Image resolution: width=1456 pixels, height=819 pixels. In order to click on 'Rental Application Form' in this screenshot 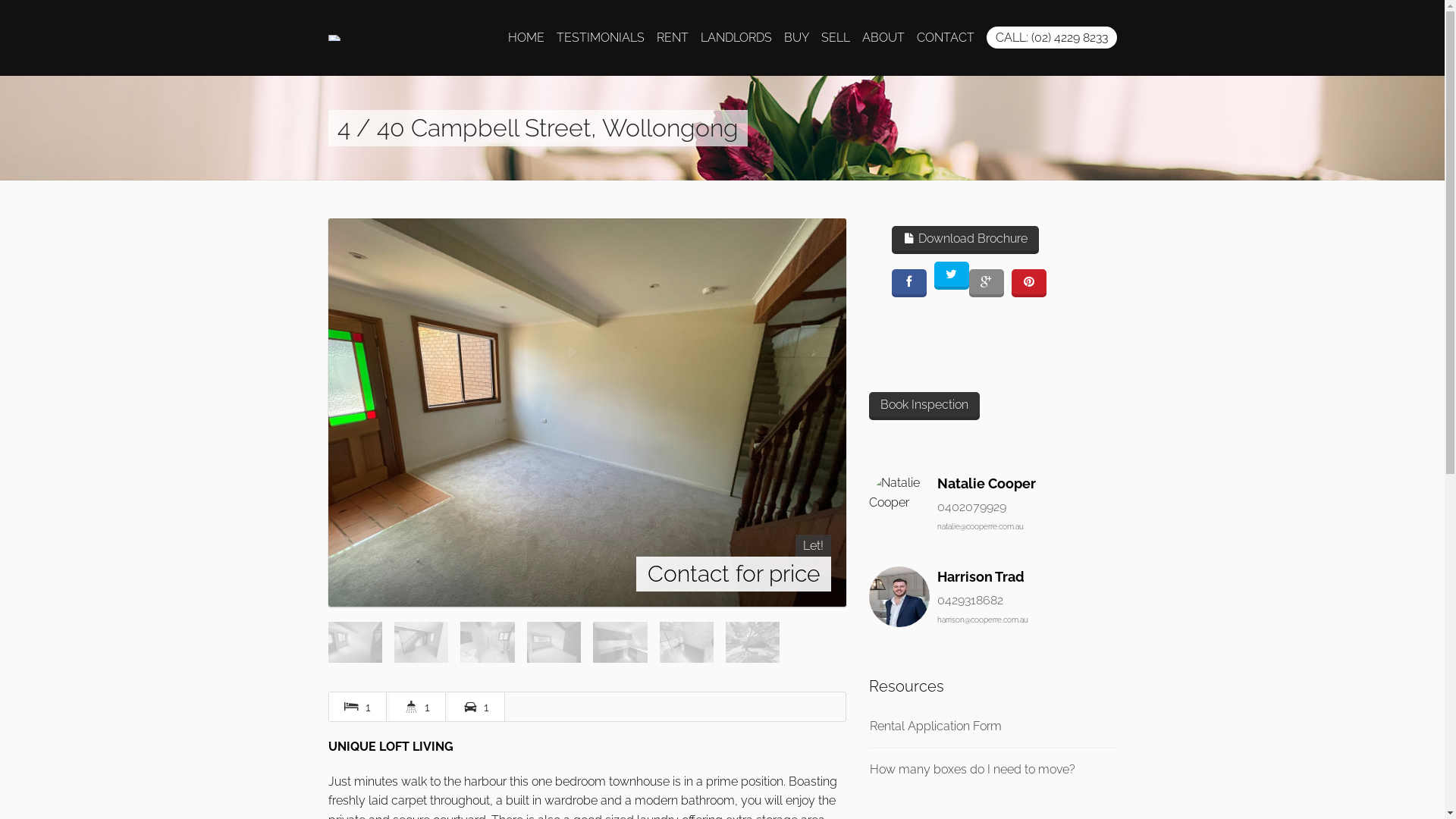, I will do `click(934, 725)`.